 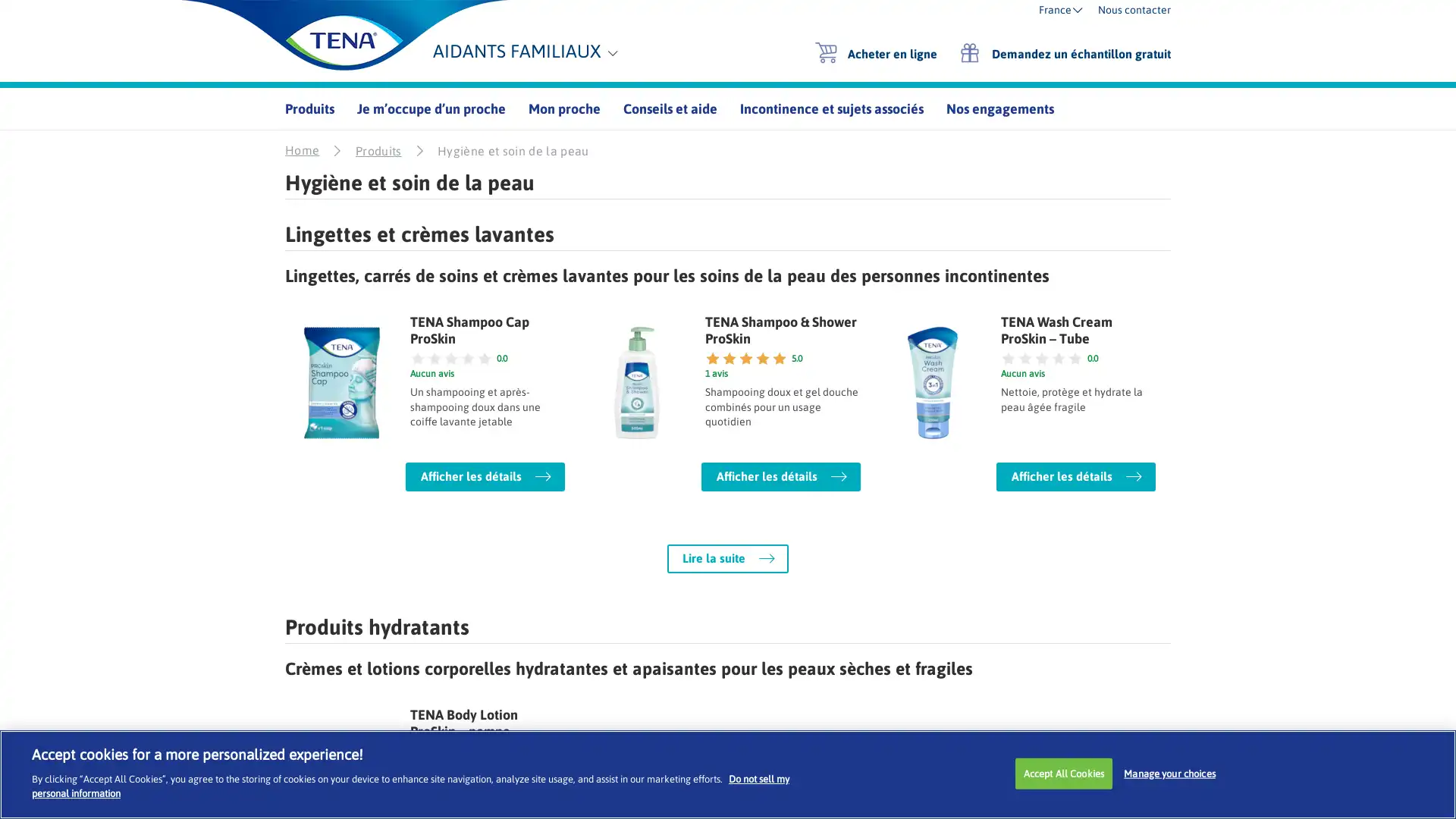 What do you see at coordinates (1062, 773) in the screenshot?
I see `Accept All Cookies` at bounding box center [1062, 773].